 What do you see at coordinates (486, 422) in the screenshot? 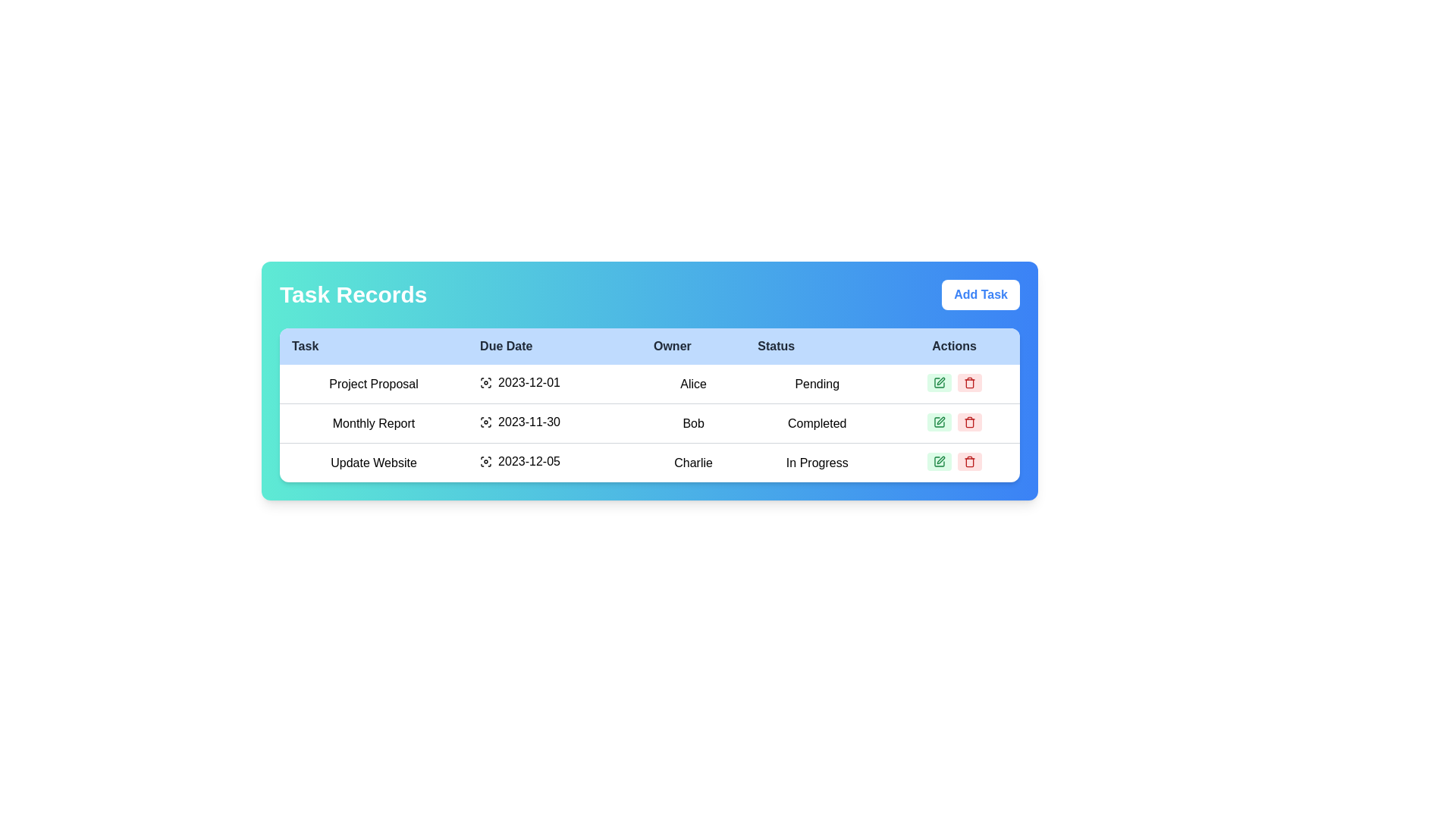
I see `the SVG Icon representing focus or targeting in the 'Task' column of the second row in the 'Task Records' table for the 'Monthly Report' task` at bounding box center [486, 422].